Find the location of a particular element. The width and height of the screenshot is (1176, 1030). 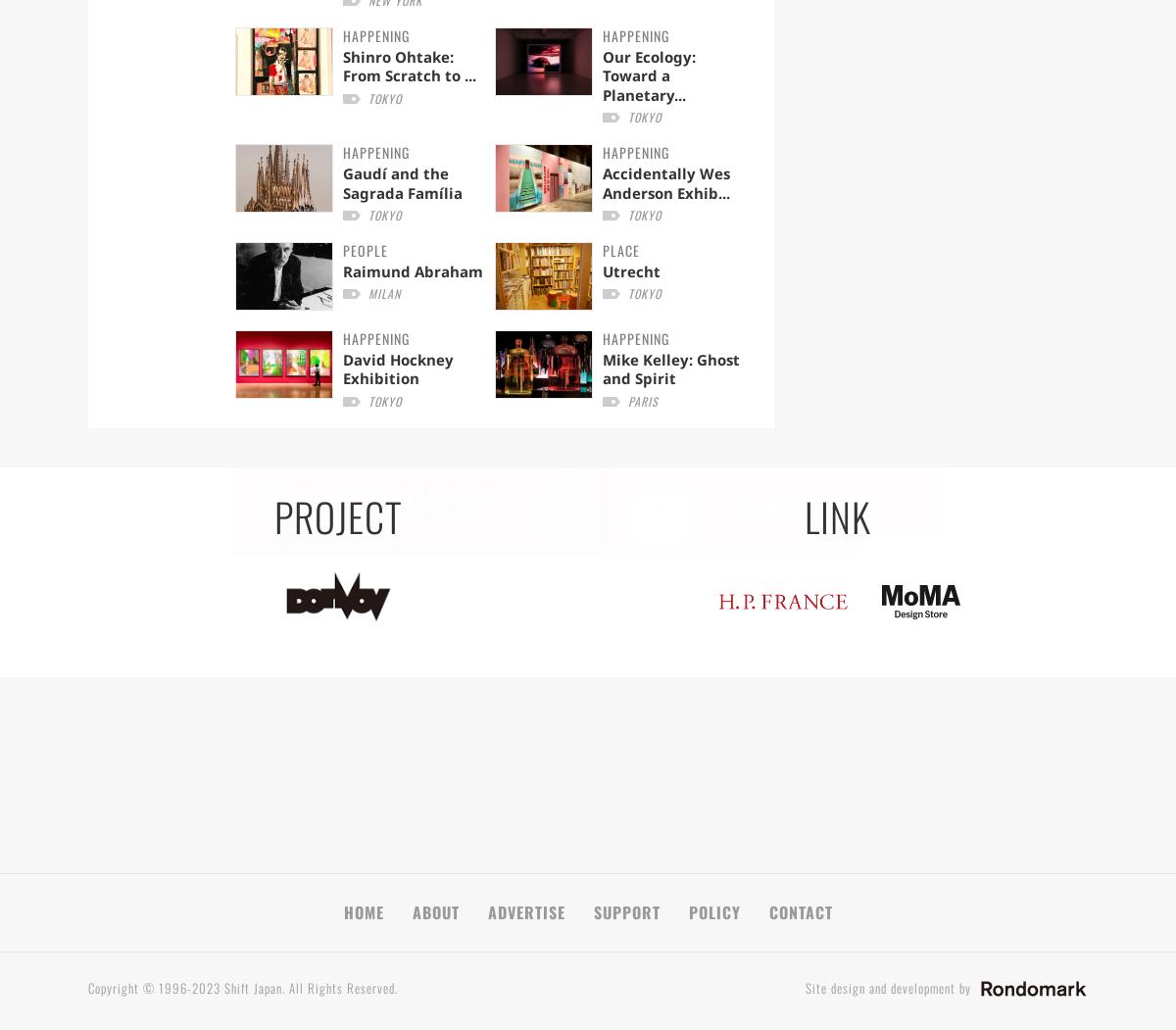

'PLACE' is located at coordinates (620, 249).